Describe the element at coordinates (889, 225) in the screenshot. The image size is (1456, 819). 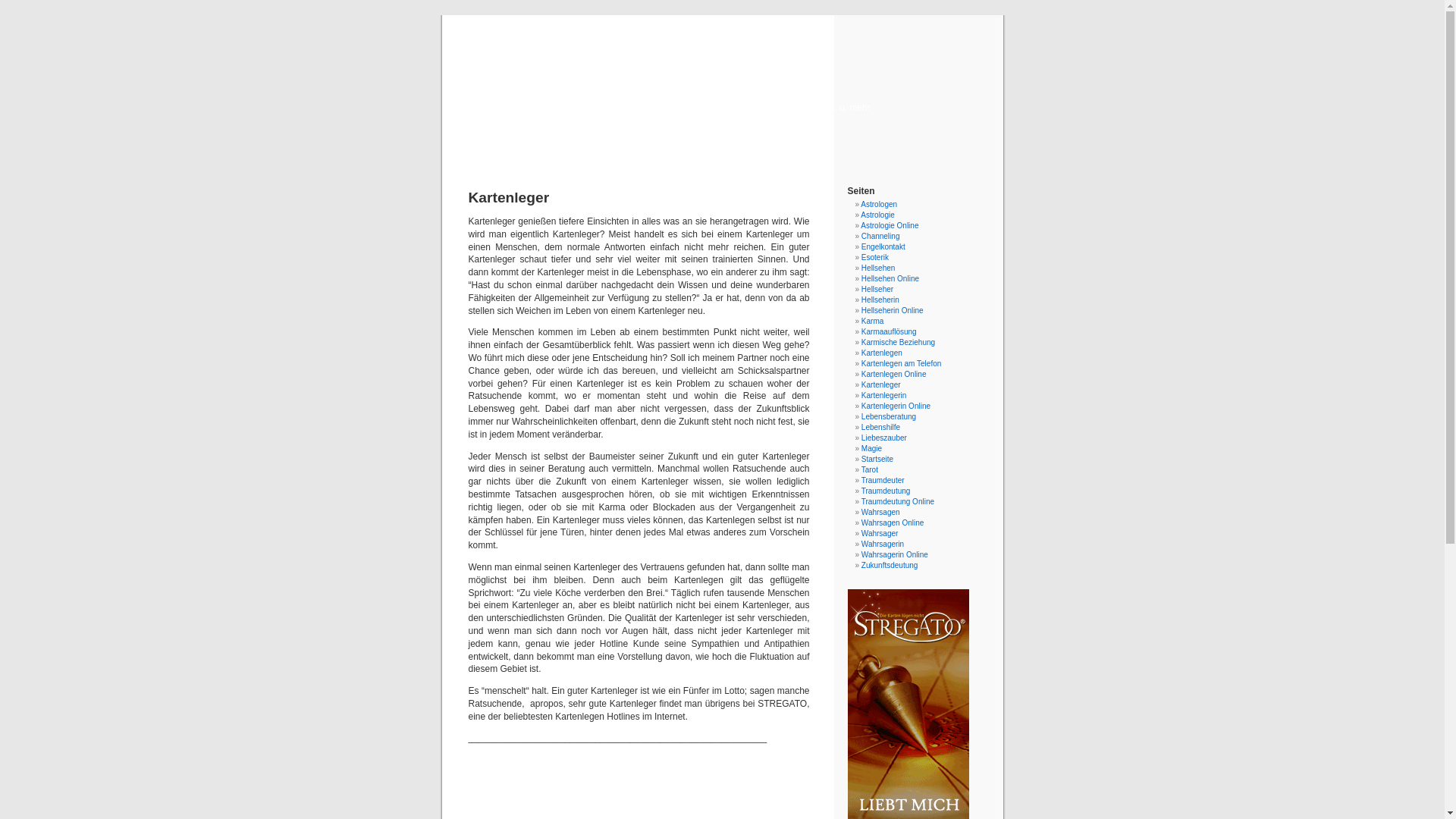
I see `'Astrologie Online'` at that location.